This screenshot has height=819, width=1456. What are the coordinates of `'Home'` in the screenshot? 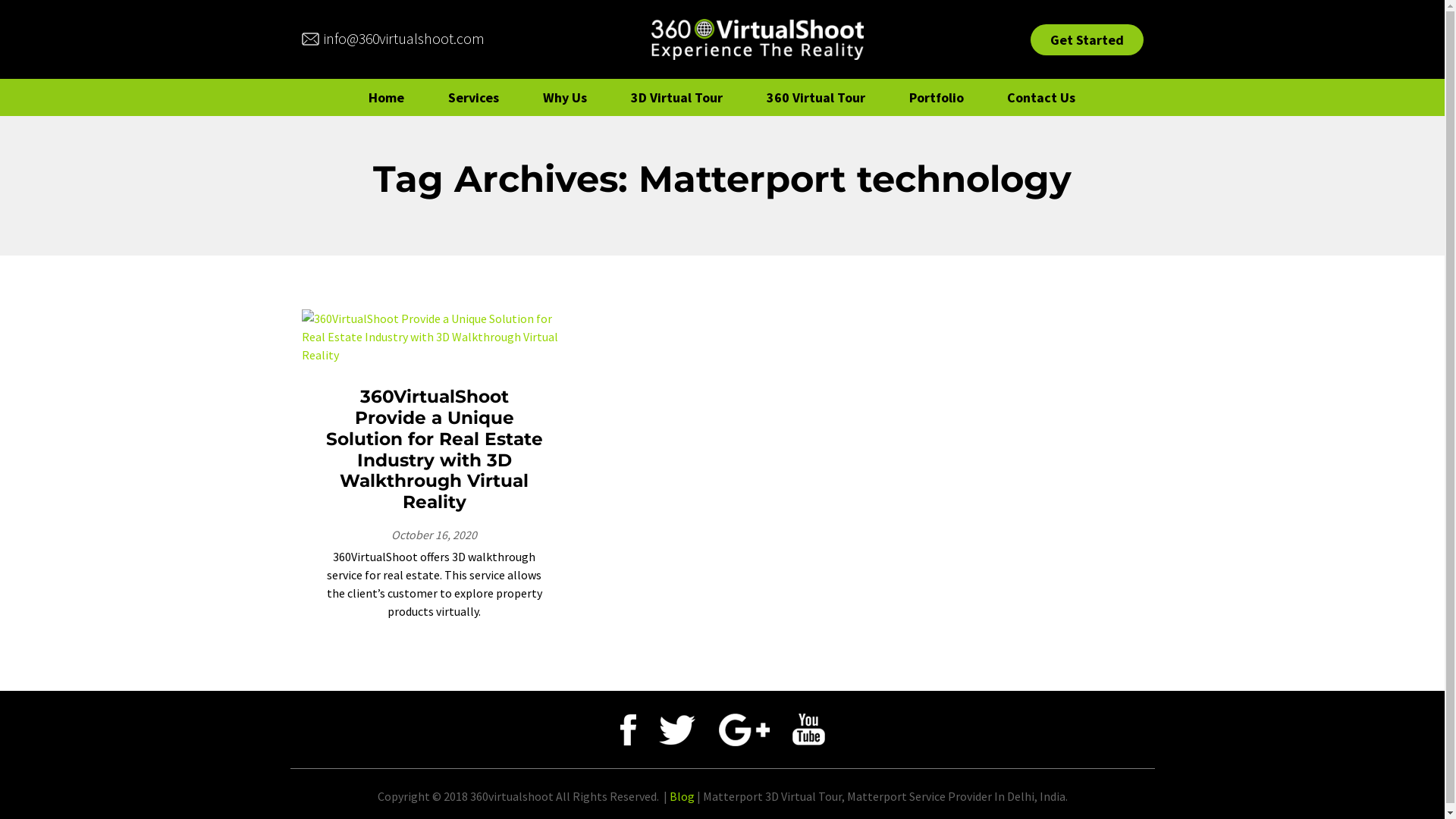 It's located at (353, 97).